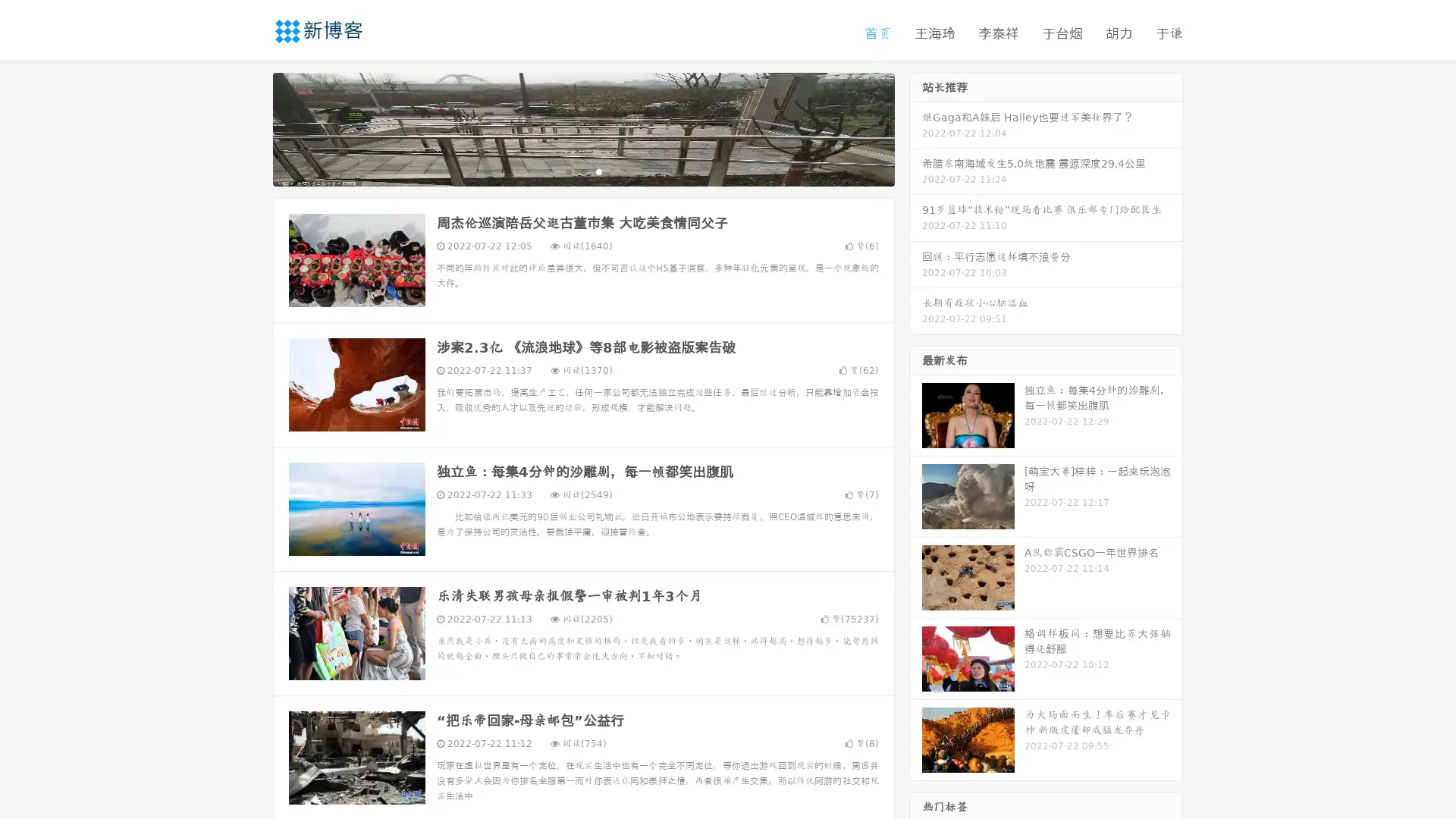 This screenshot has width=1456, height=819. What do you see at coordinates (582, 171) in the screenshot?
I see `Go to slide 2` at bounding box center [582, 171].